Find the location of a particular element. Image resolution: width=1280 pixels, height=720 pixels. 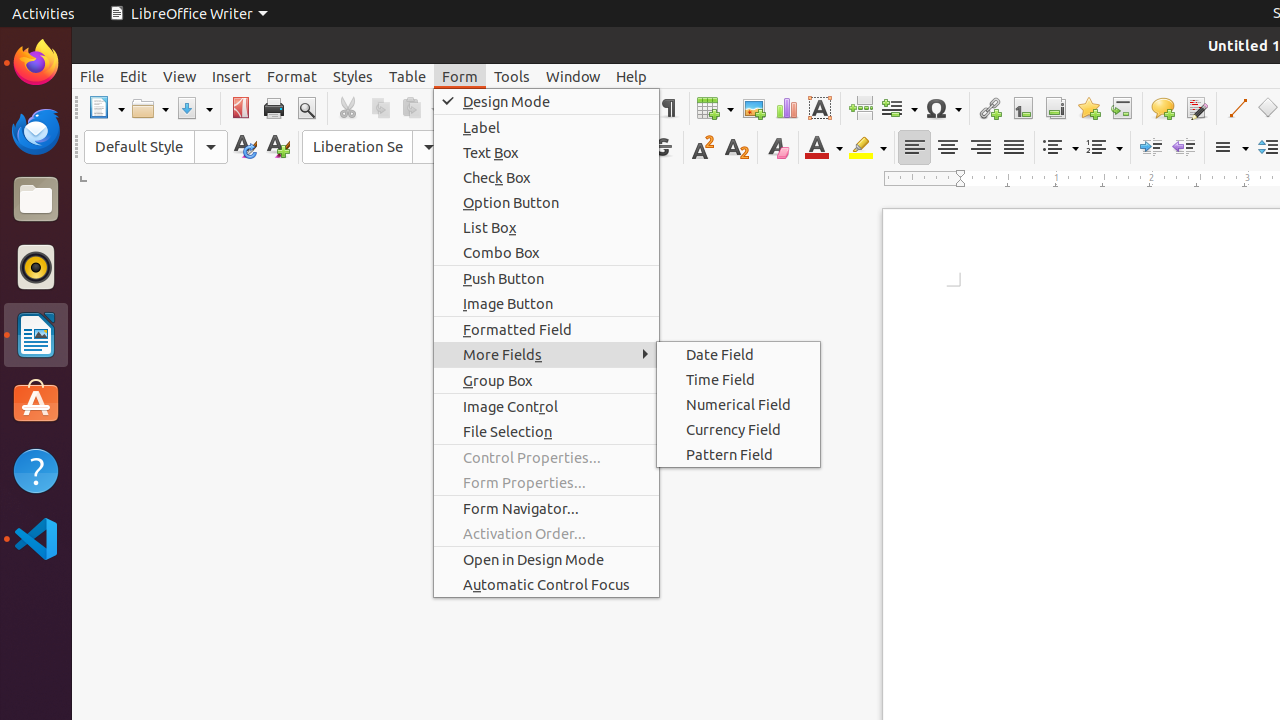

'Open in Design Mode' is located at coordinates (546, 559).